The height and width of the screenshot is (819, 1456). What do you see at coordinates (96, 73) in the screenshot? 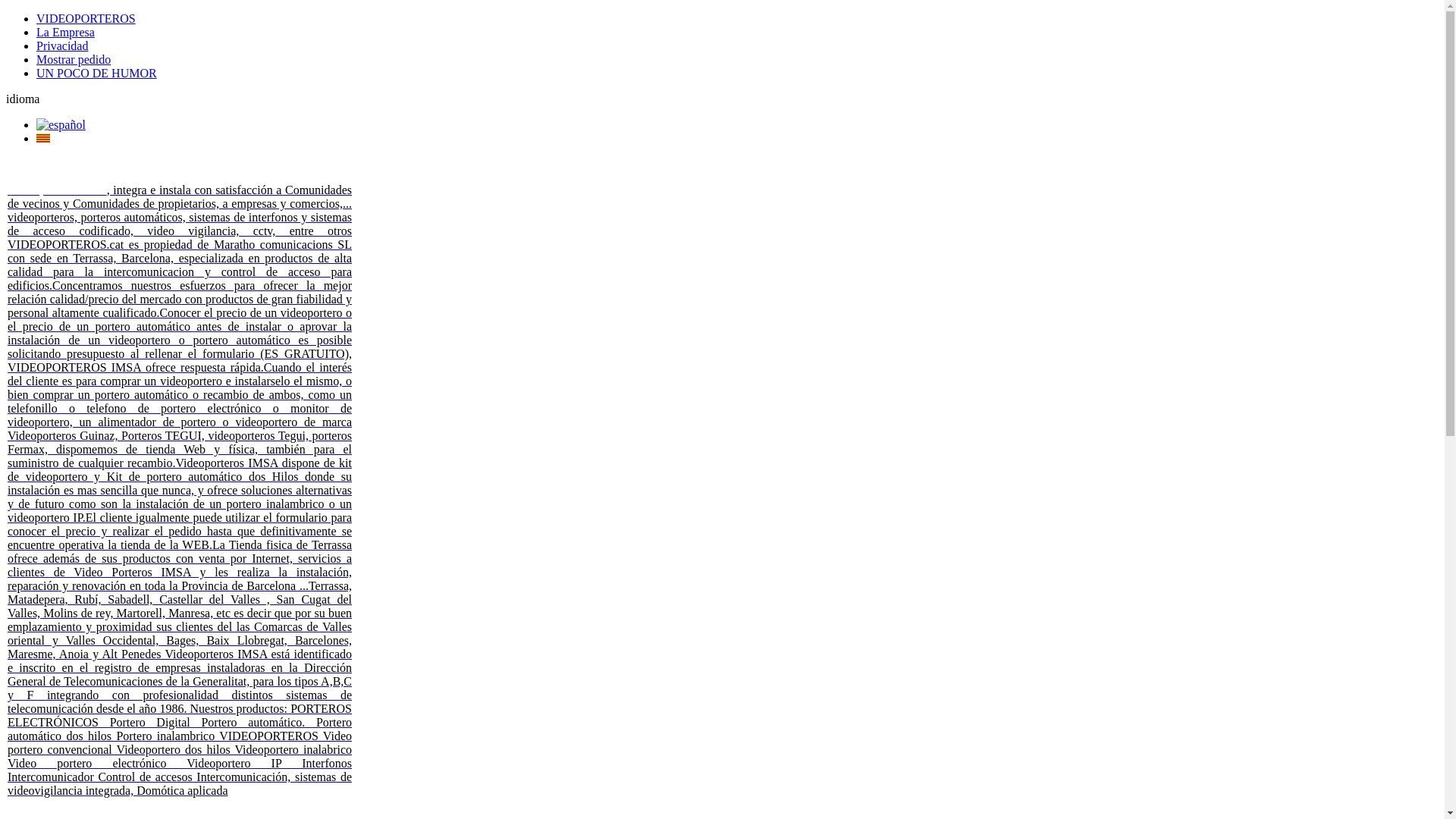
I see `'UN POCO DE HUMOR'` at bounding box center [96, 73].